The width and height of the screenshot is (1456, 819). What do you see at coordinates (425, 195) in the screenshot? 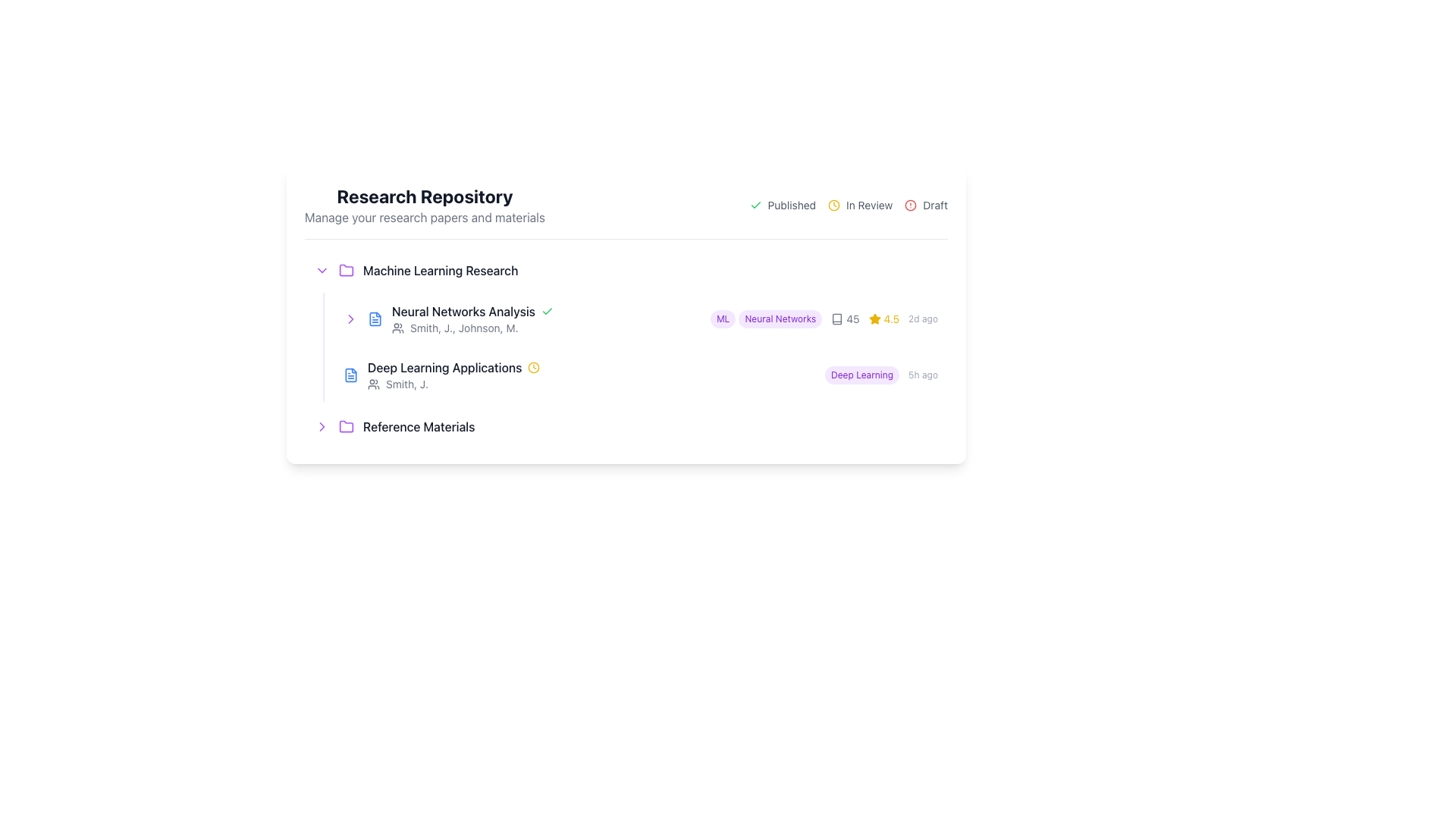
I see `the 'Research Repository' text label, which is prominently displayed at the top of the interface in large, bold, dark gray font` at bounding box center [425, 195].